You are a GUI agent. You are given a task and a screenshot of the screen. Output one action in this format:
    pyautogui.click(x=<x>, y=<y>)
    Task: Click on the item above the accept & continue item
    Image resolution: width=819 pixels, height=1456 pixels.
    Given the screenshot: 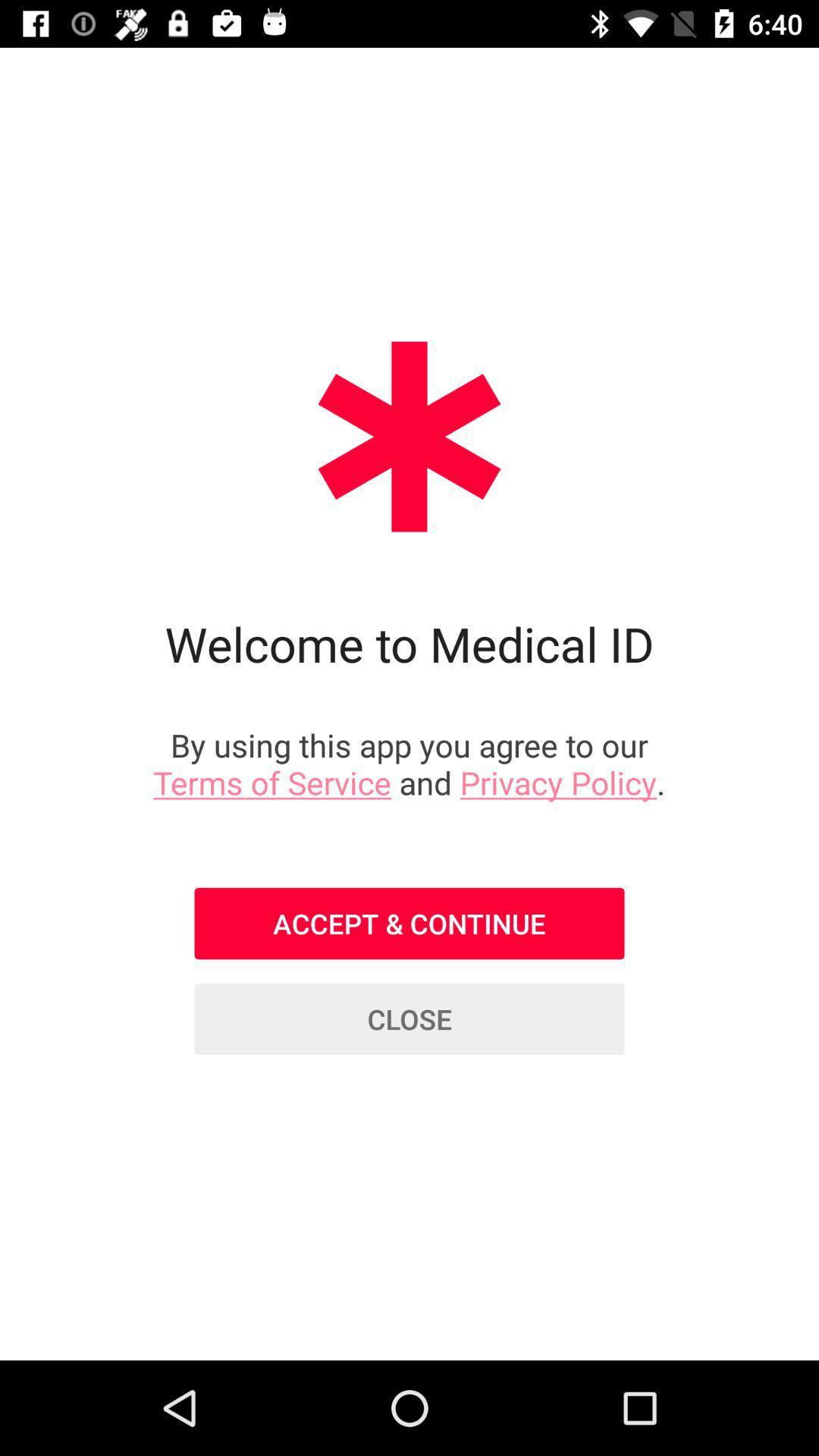 What is the action you would take?
    pyautogui.click(x=409, y=764)
    